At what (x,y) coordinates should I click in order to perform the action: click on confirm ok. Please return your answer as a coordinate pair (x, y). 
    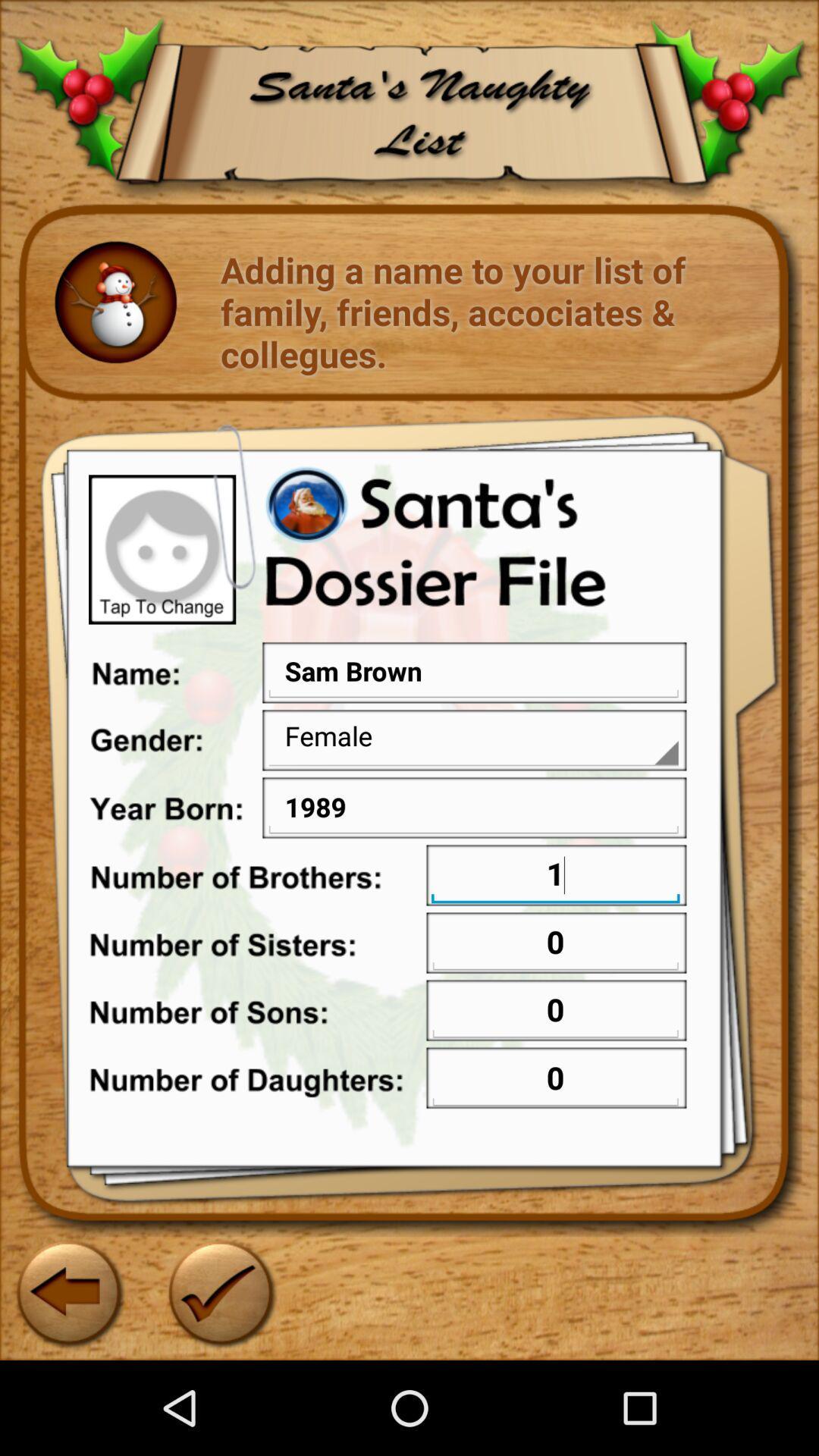
    Looking at the image, I should click on (219, 1291).